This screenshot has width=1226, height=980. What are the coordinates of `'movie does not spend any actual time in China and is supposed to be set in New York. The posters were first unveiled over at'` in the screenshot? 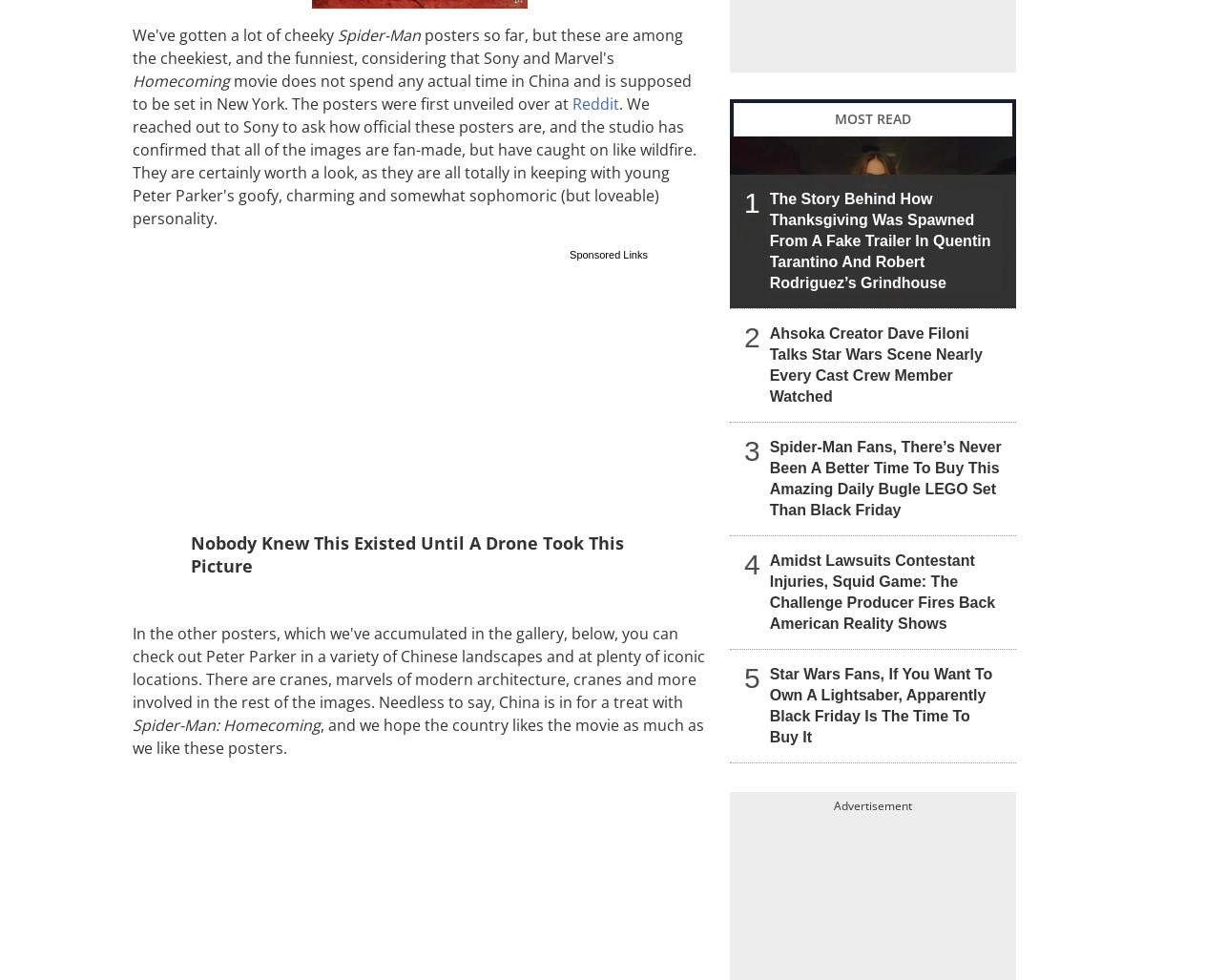 It's located at (412, 91).